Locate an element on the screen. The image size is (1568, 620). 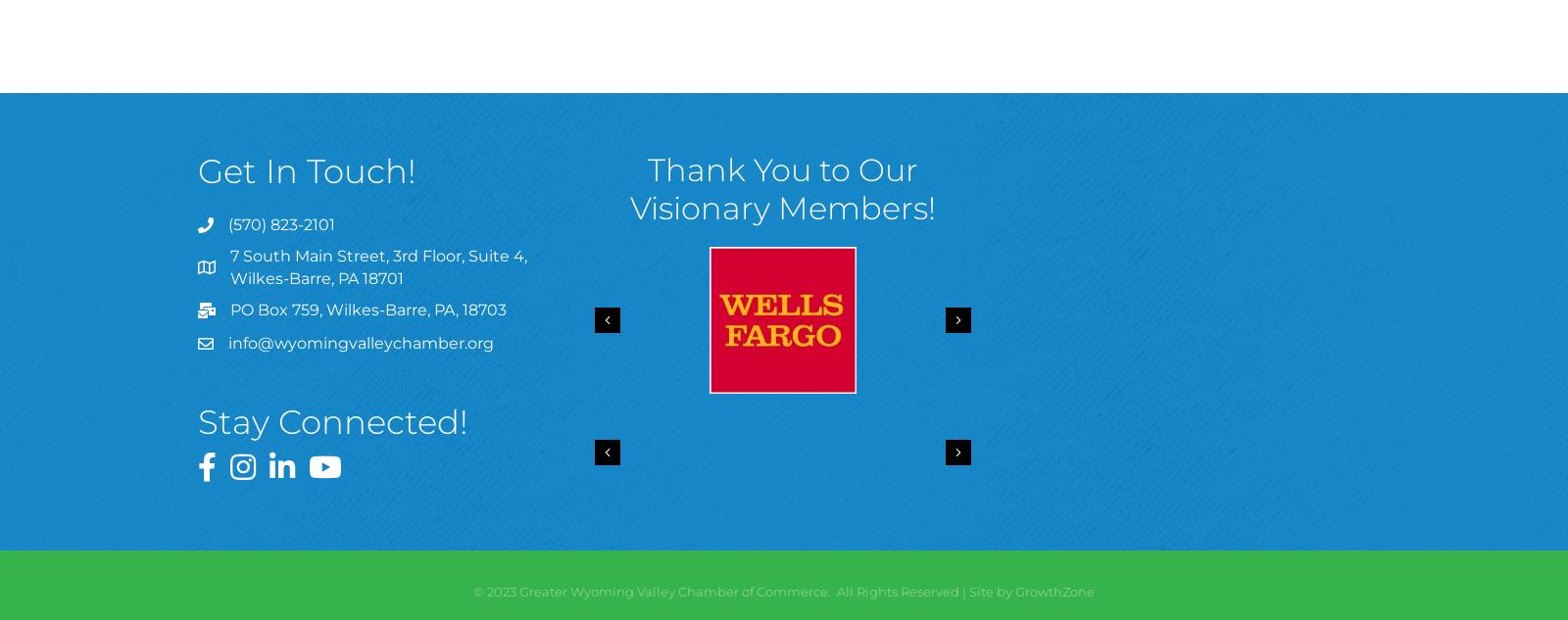
'PO Box 759, Wilkes-Barre, PA, 18703' is located at coordinates (368, 310).